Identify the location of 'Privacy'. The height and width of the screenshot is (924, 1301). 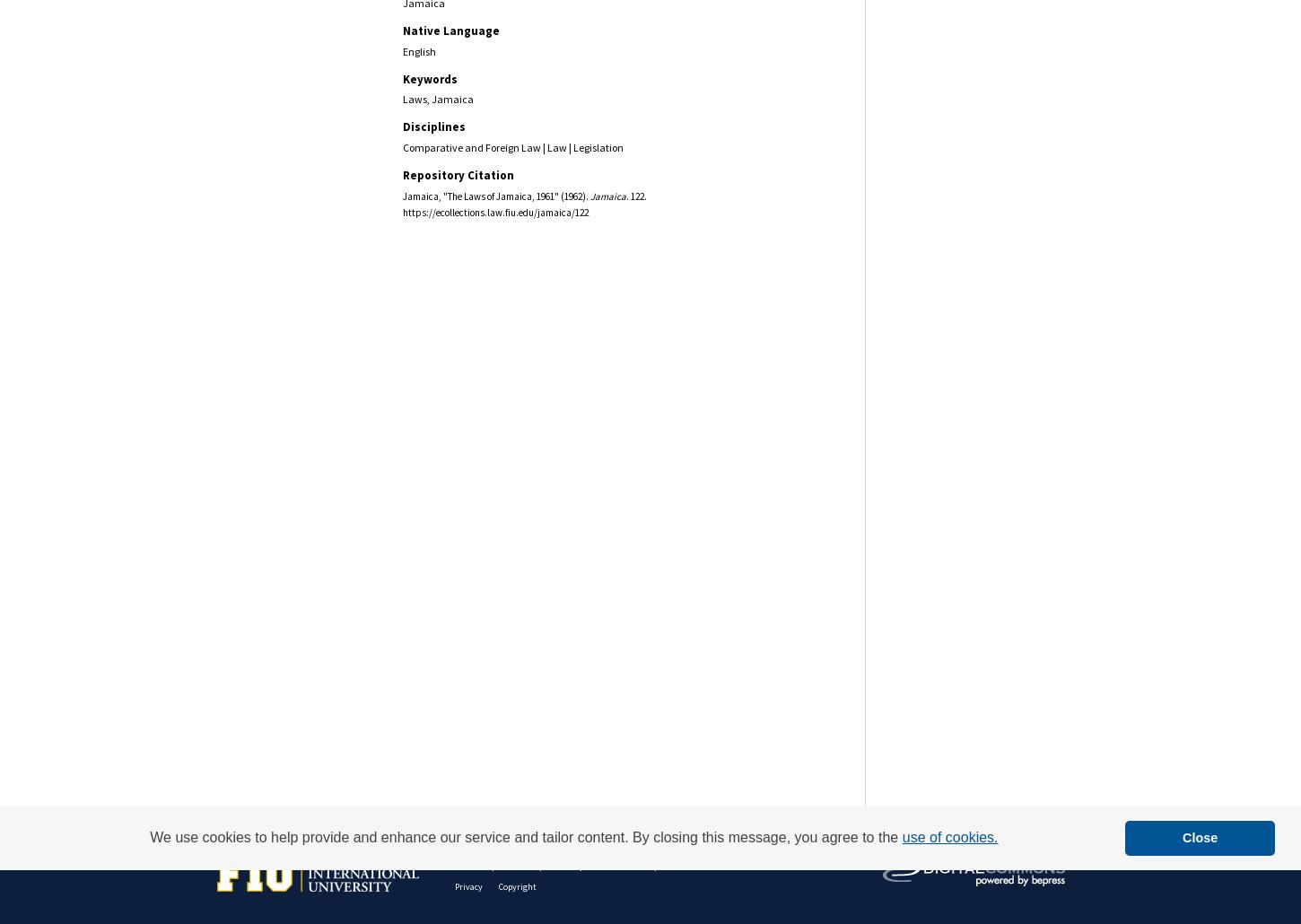
(469, 885).